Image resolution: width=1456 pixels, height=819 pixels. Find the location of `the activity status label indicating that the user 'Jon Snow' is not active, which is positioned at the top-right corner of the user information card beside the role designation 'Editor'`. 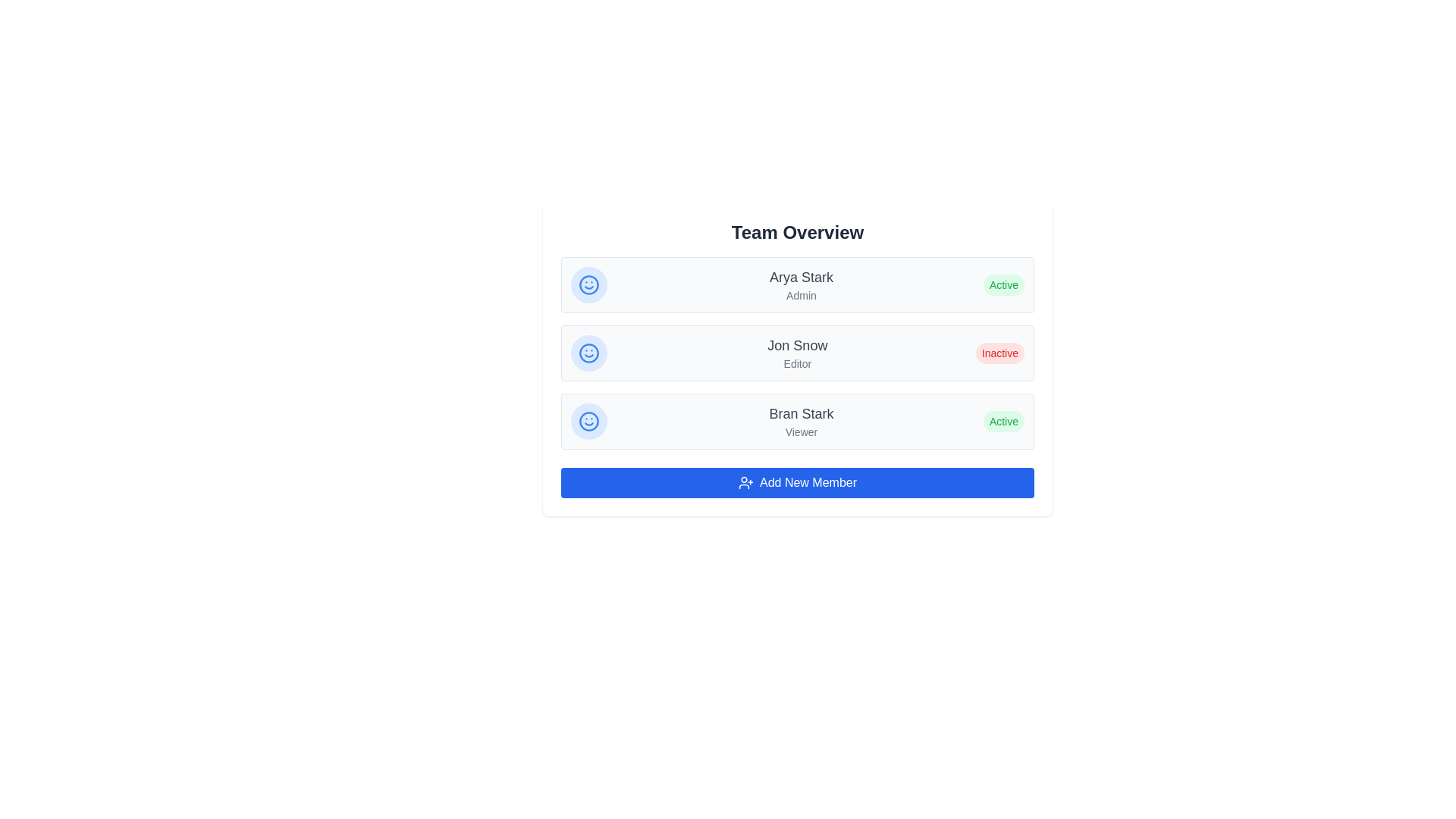

the activity status label indicating that the user 'Jon Snow' is not active, which is positioned at the top-right corner of the user information card beside the role designation 'Editor' is located at coordinates (999, 353).